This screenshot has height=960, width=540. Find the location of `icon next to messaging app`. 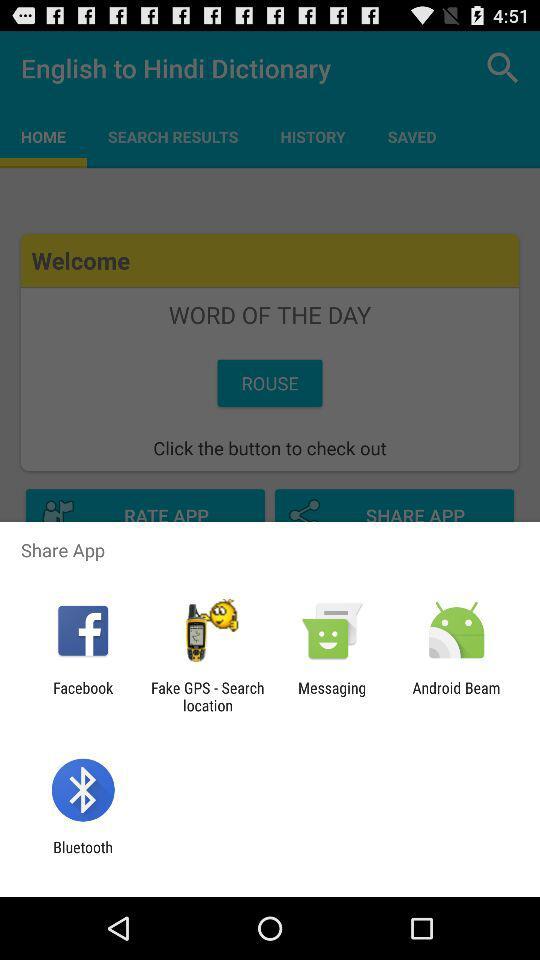

icon next to messaging app is located at coordinates (456, 696).